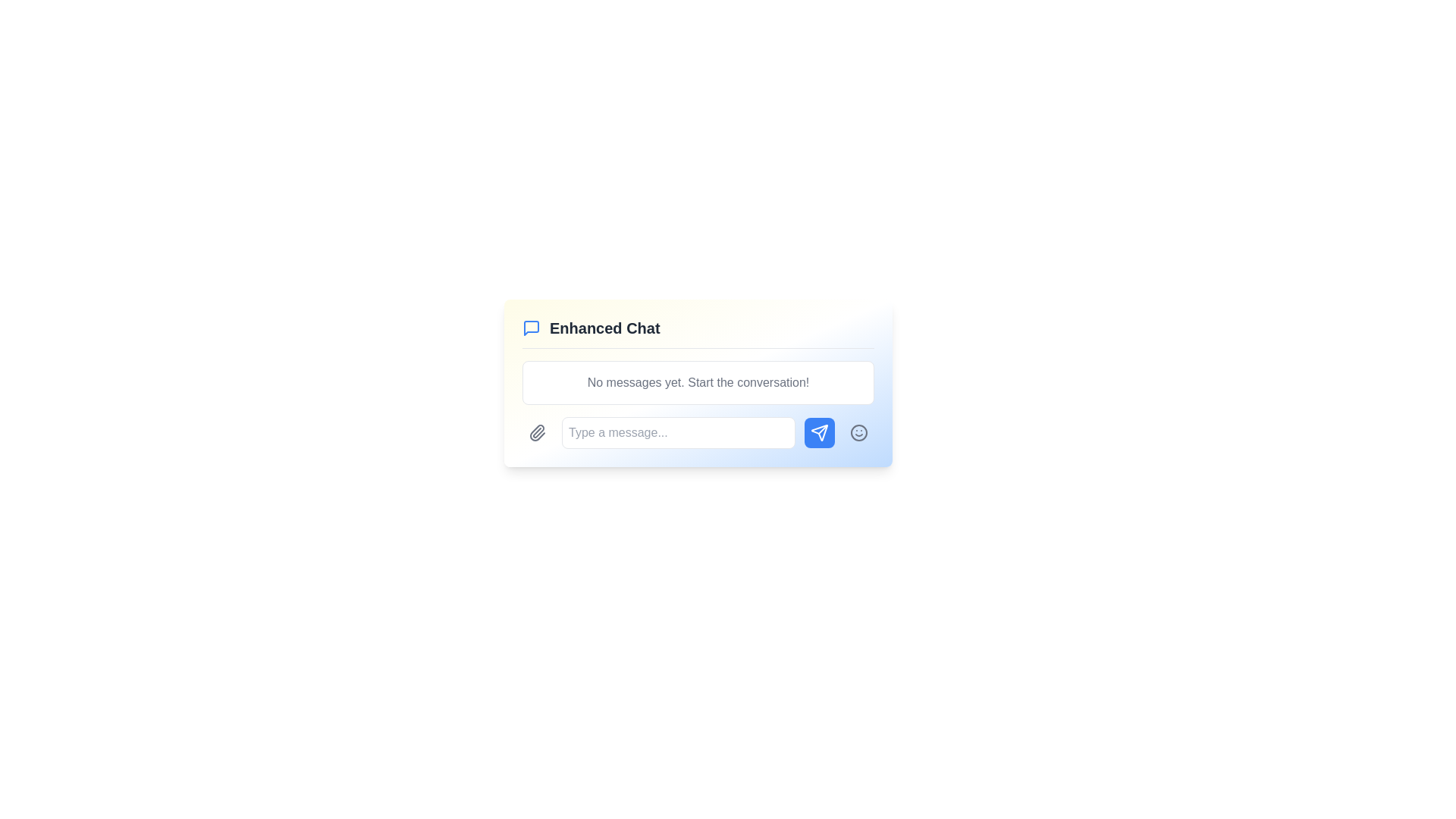 The height and width of the screenshot is (819, 1456). I want to click on the button containing a triangular outline icon resembling a paper airplane and activate it, so click(818, 432).